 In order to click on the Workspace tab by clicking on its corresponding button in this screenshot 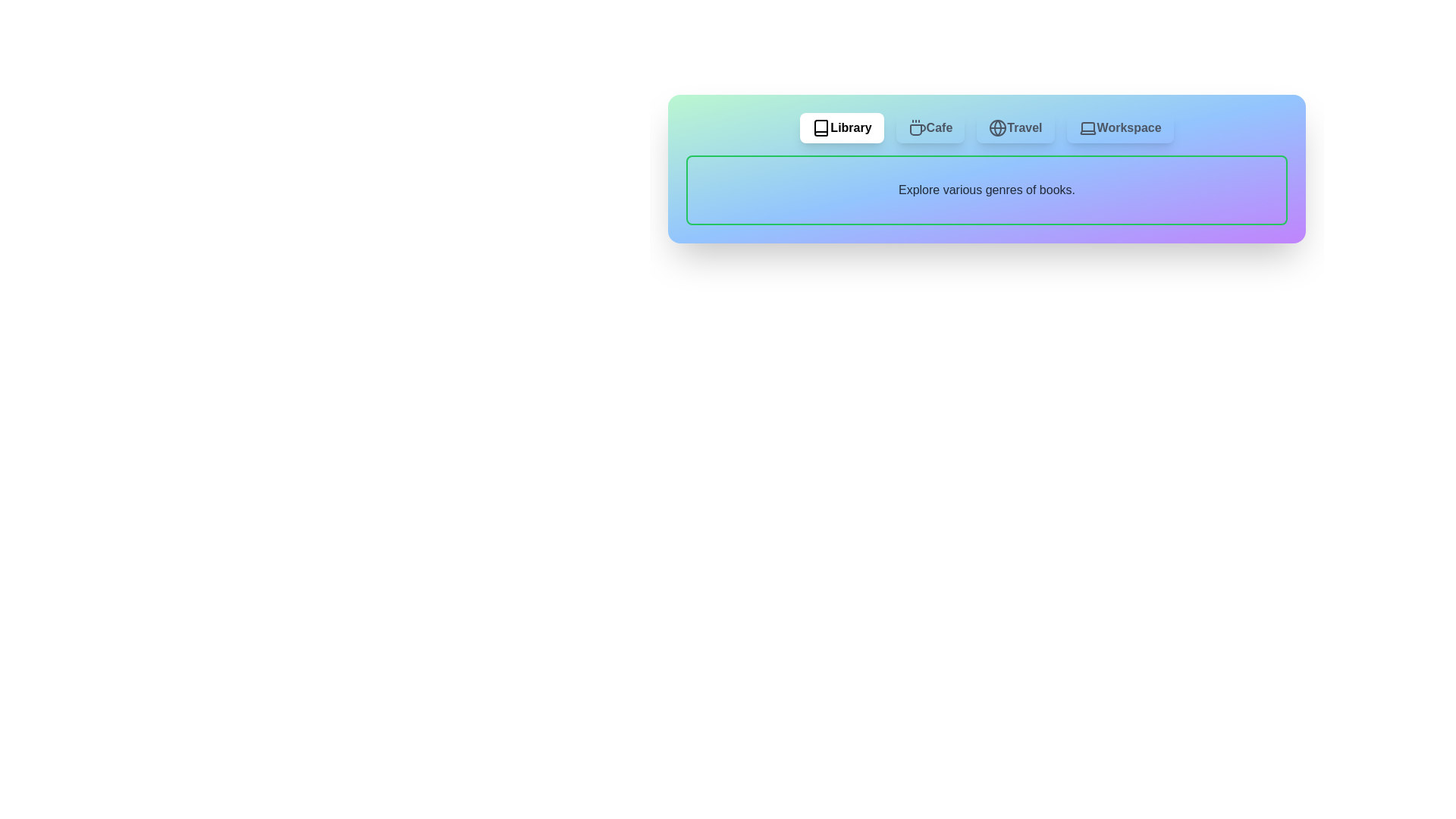, I will do `click(1120, 127)`.